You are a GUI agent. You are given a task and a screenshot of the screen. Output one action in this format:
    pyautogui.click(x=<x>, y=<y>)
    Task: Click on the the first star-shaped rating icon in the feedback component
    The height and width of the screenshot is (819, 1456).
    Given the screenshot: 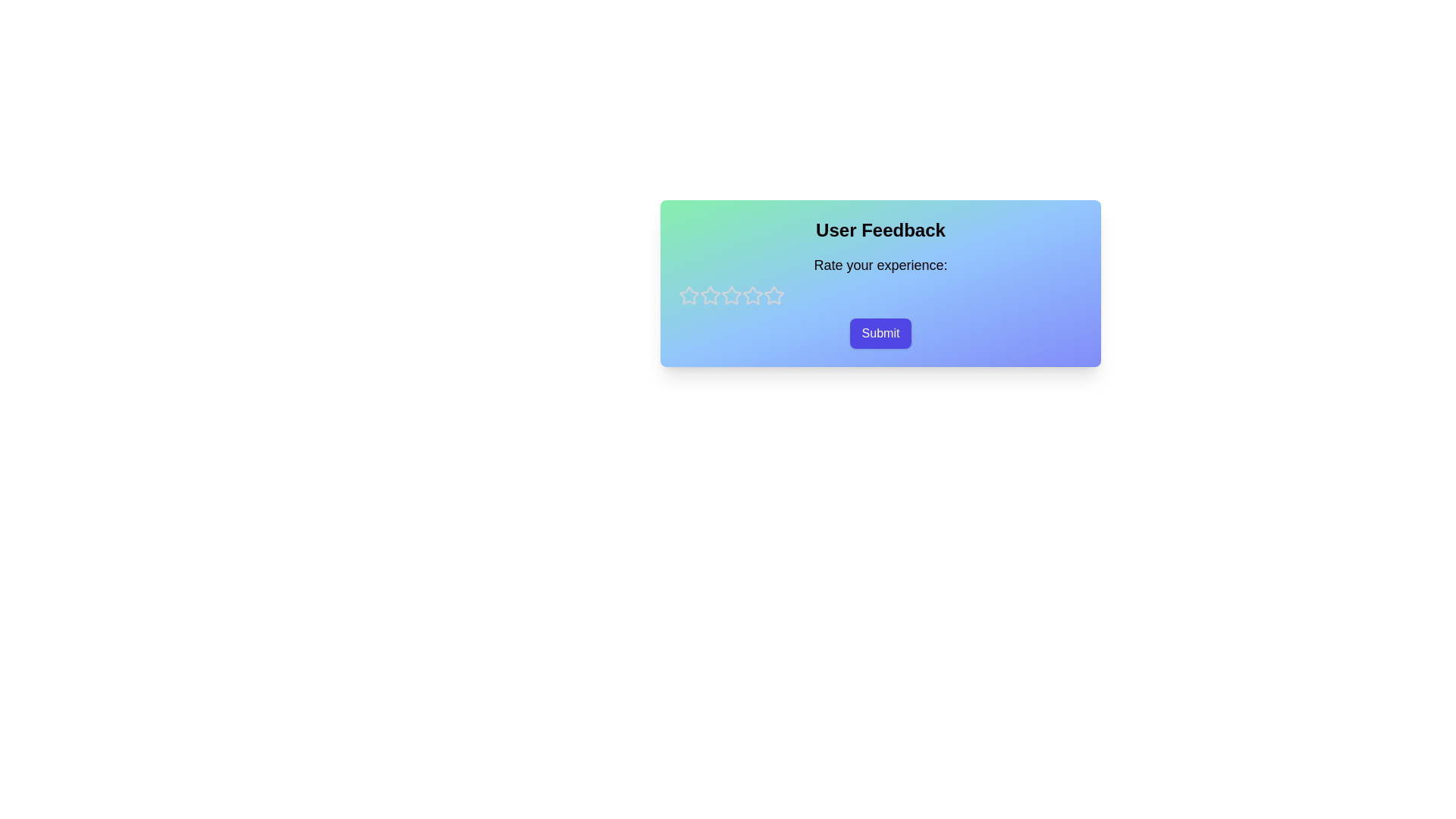 What is the action you would take?
    pyautogui.click(x=688, y=295)
    